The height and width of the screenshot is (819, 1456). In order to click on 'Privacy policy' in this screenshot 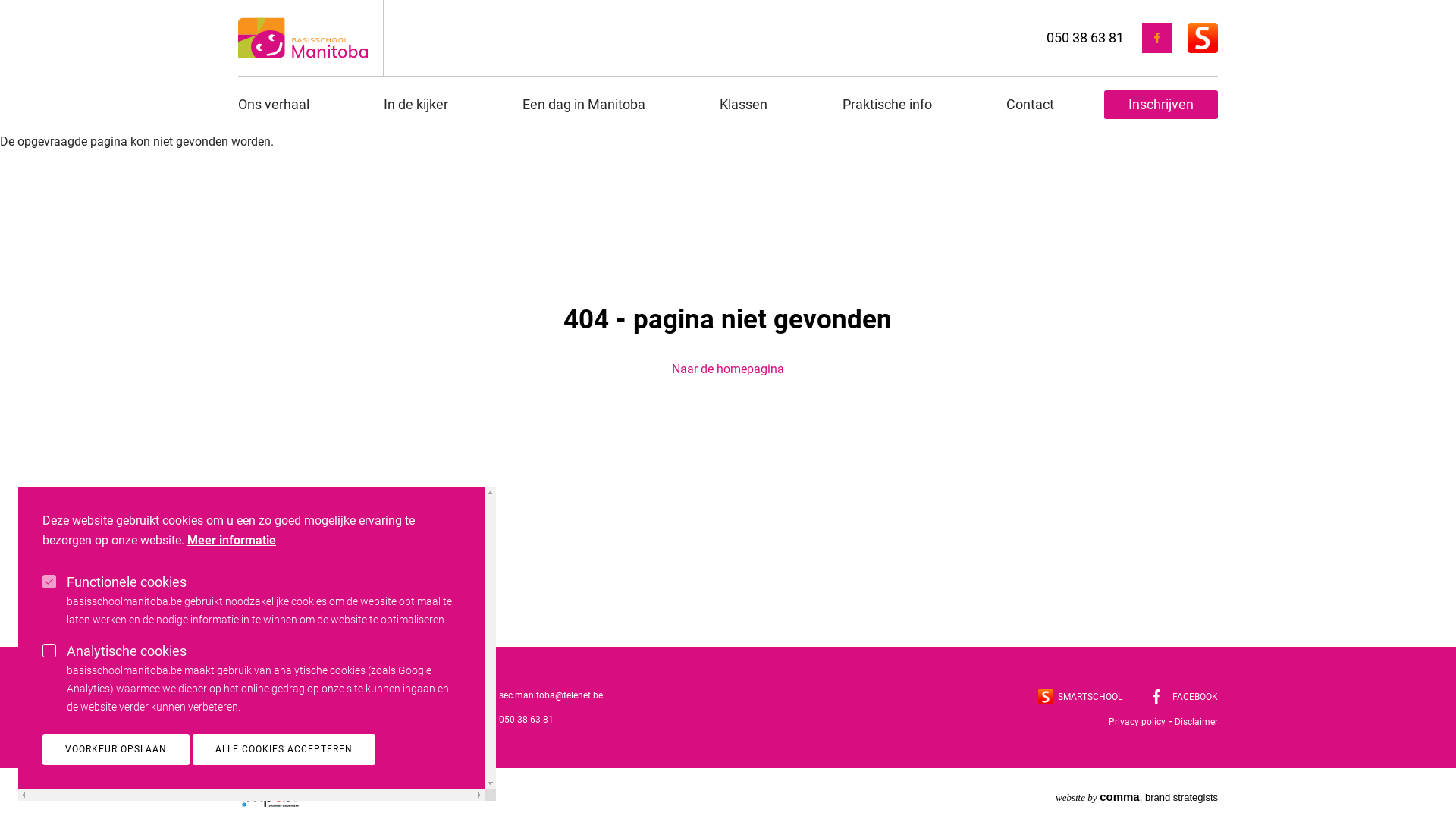, I will do `click(1137, 721)`.